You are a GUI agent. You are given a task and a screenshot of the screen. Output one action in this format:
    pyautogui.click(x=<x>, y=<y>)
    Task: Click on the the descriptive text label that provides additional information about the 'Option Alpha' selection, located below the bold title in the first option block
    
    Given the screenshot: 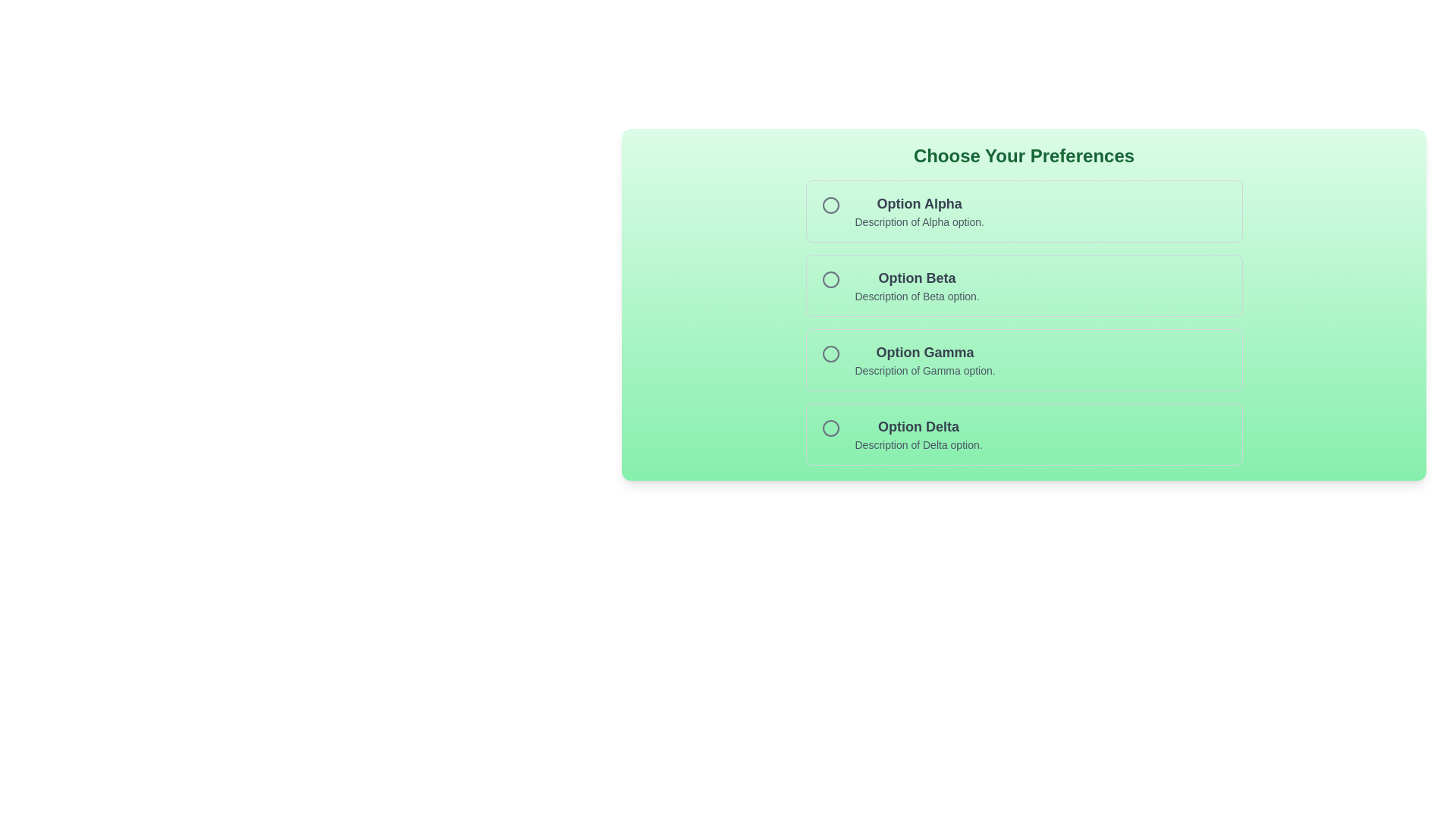 What is the action you would take?
    pyautogui.click(x=918, y=222)
    